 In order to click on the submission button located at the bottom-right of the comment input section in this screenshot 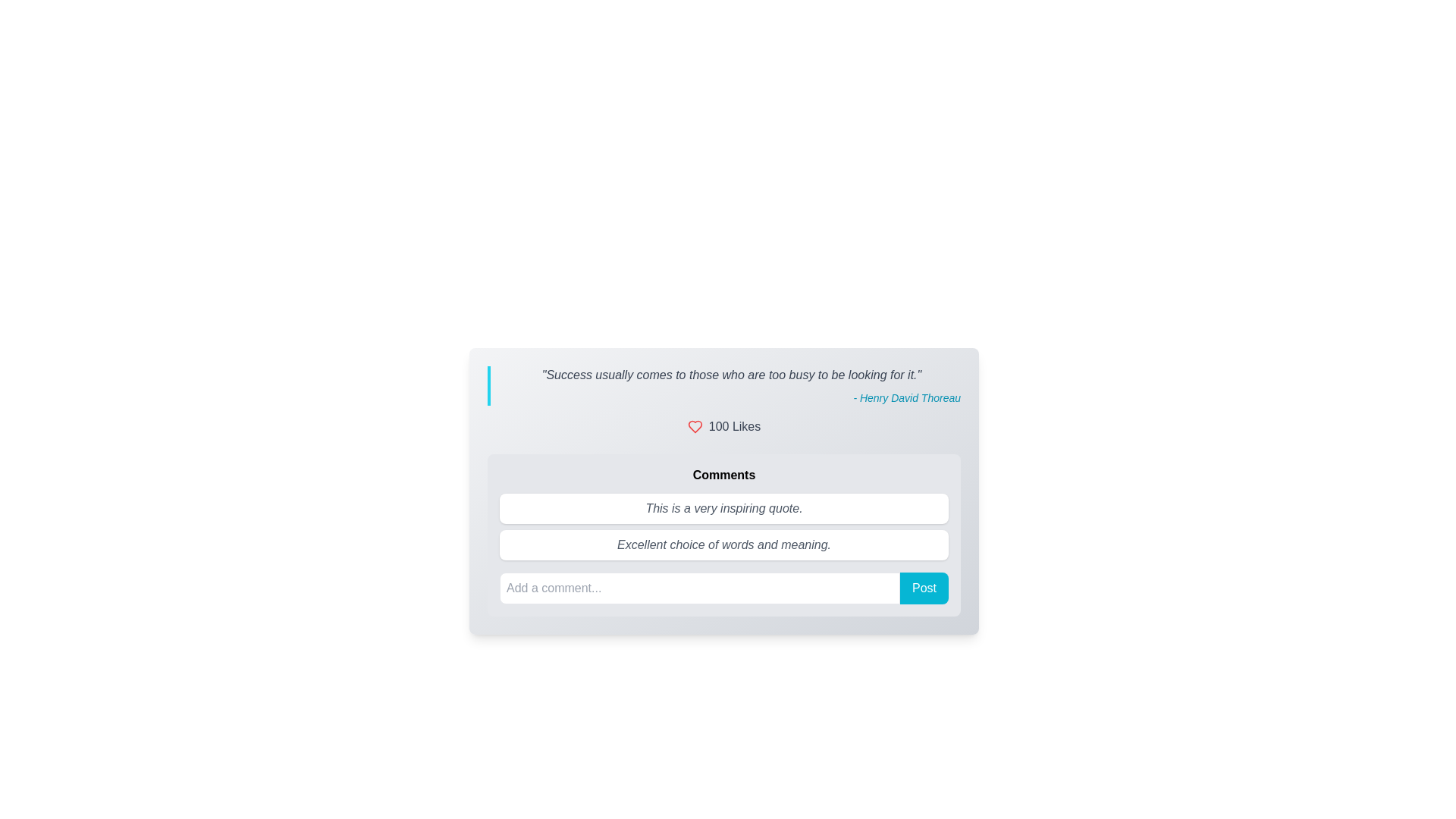, I will do `click(924, 587)`.